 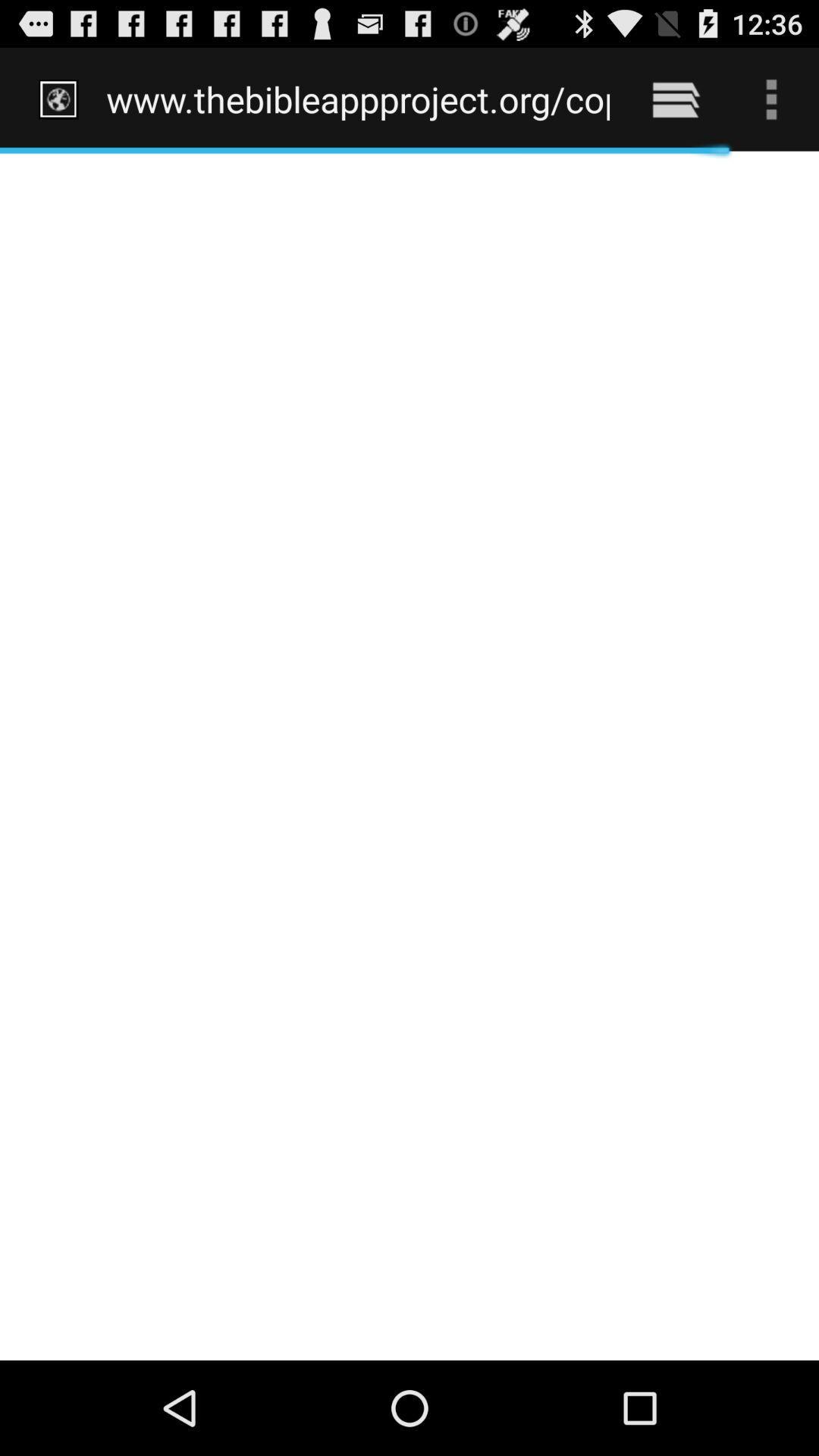 I want to click on the item next to the www thebibleappproject org icon, so click(x=675, y=99).